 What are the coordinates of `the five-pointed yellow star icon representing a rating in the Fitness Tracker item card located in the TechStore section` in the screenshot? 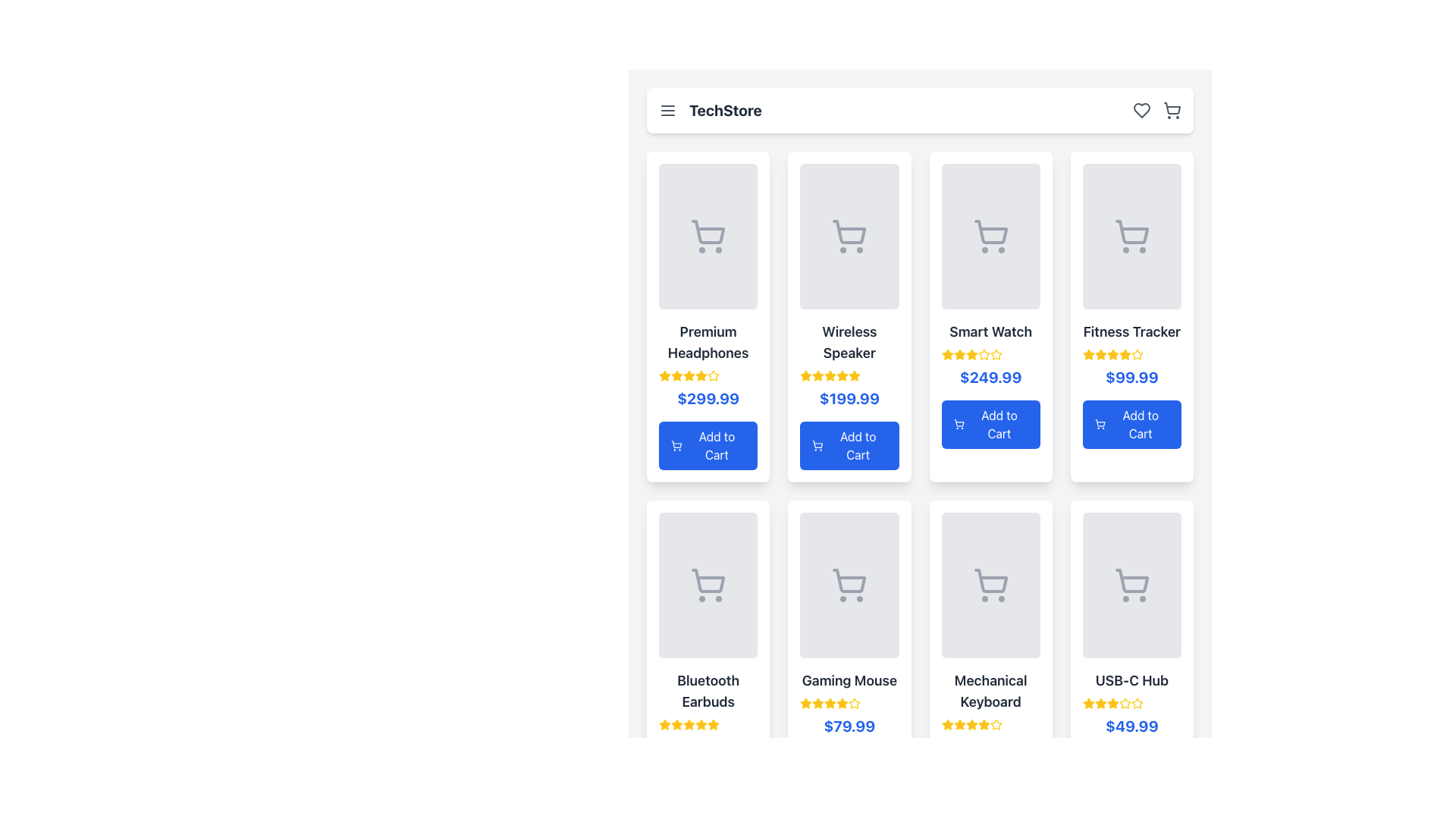 It's located at (1112, 354).